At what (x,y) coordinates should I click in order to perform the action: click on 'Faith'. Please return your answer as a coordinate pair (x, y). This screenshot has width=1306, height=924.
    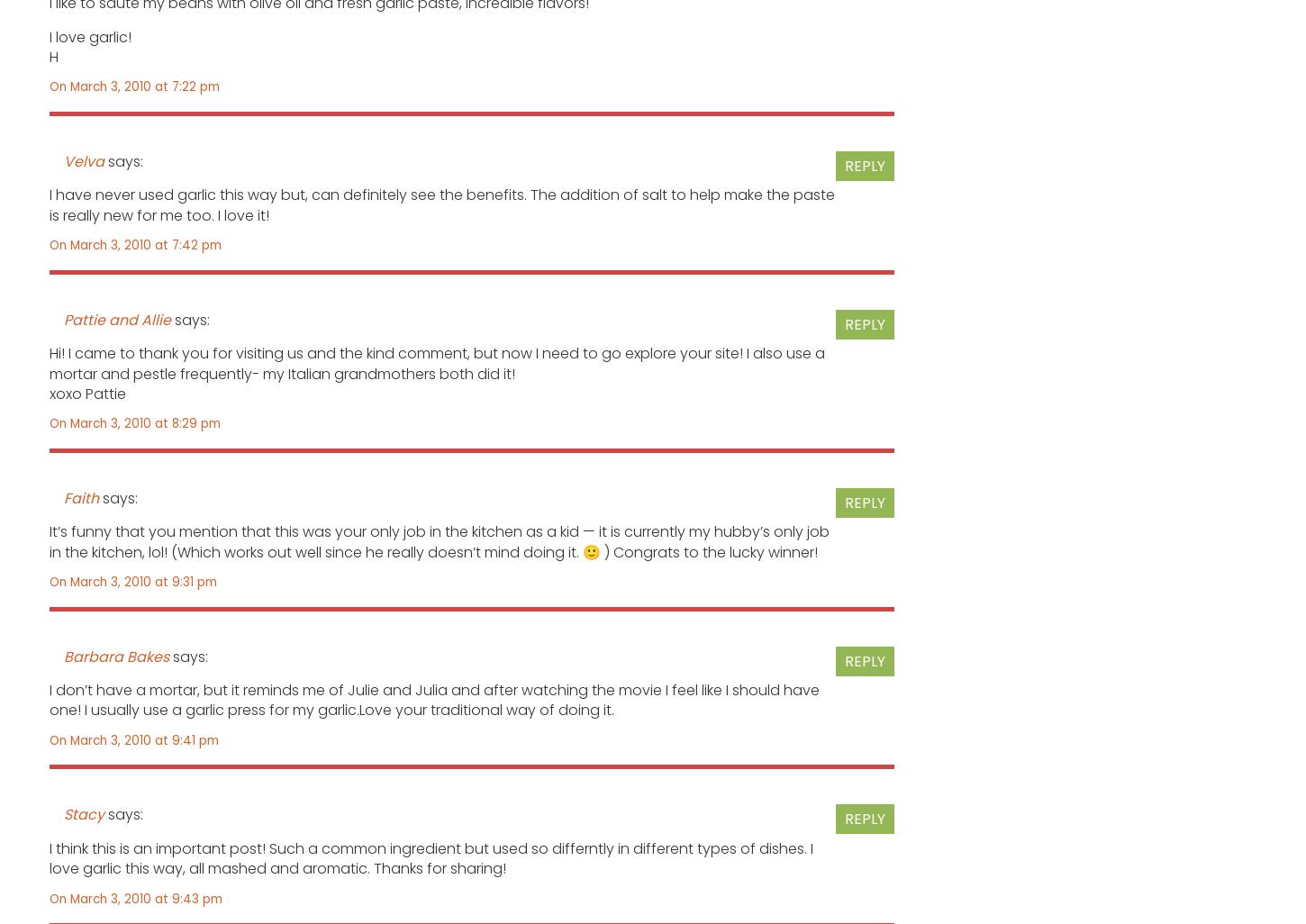
    Looking at the image, I should click on (81, 497).